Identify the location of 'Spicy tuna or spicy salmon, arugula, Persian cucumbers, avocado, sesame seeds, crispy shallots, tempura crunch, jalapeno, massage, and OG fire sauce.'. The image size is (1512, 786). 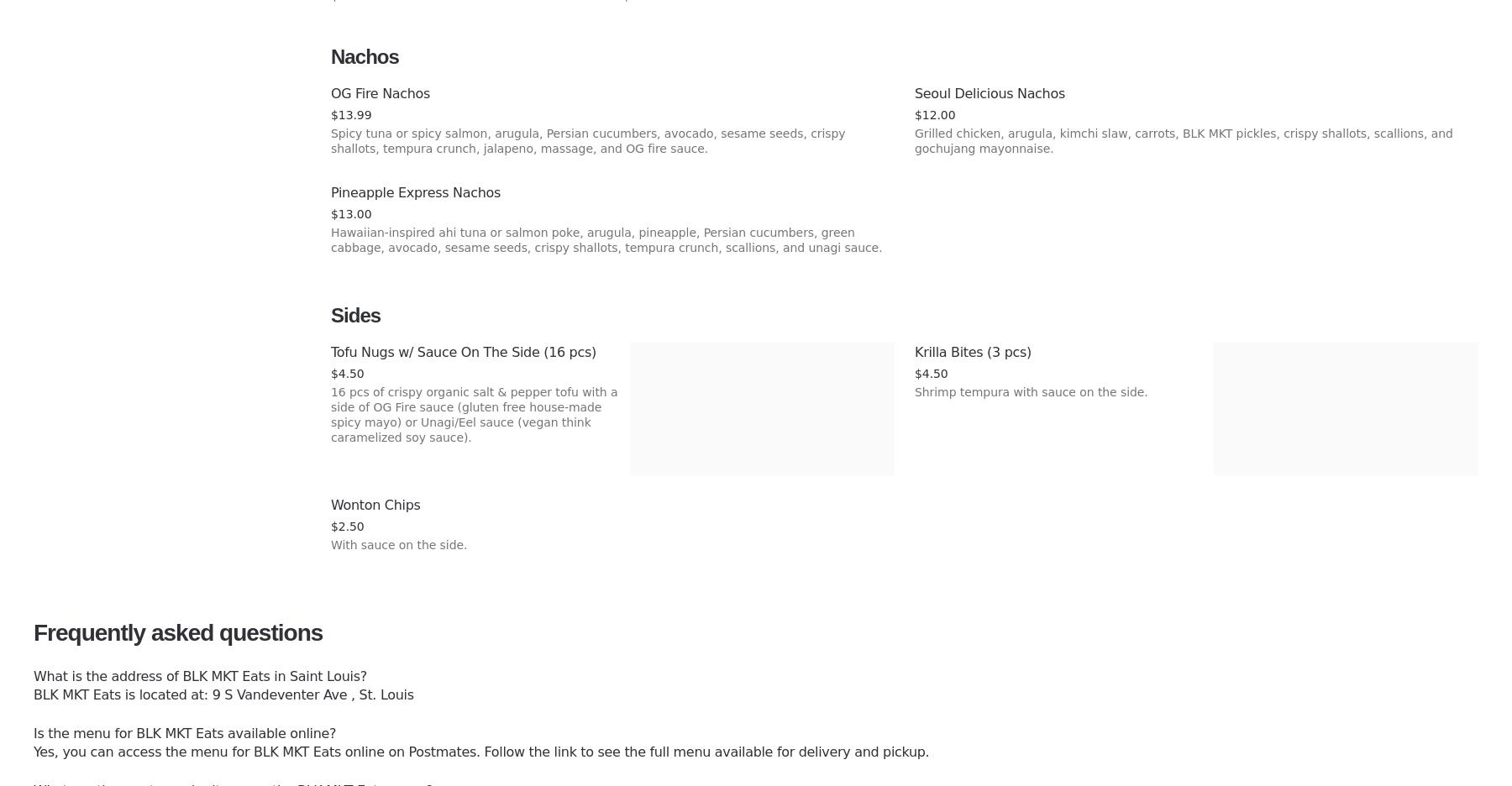
(587, 140).